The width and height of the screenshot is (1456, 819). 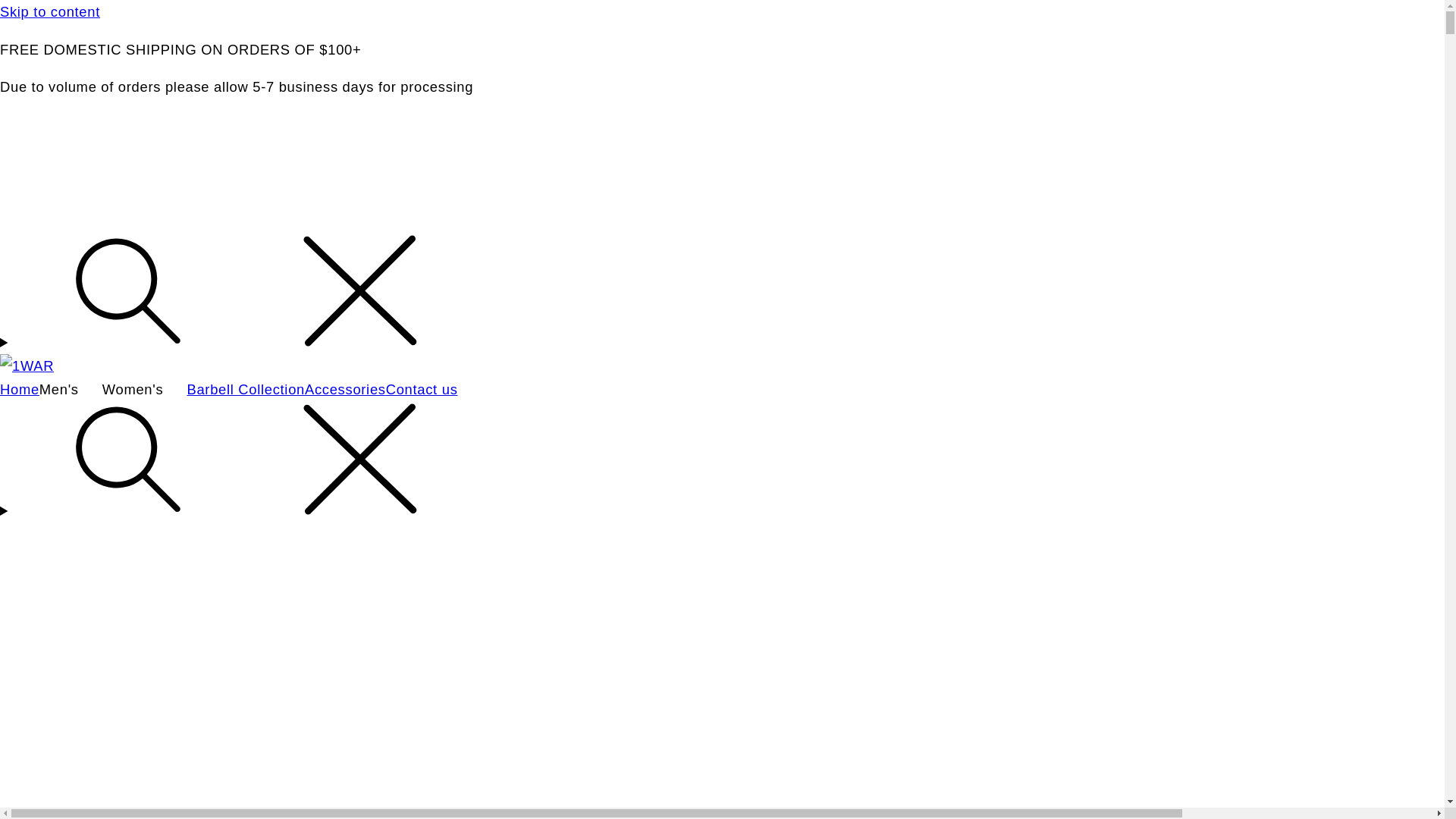 I want to click on 'Accessories', so click(x=344, y=388).